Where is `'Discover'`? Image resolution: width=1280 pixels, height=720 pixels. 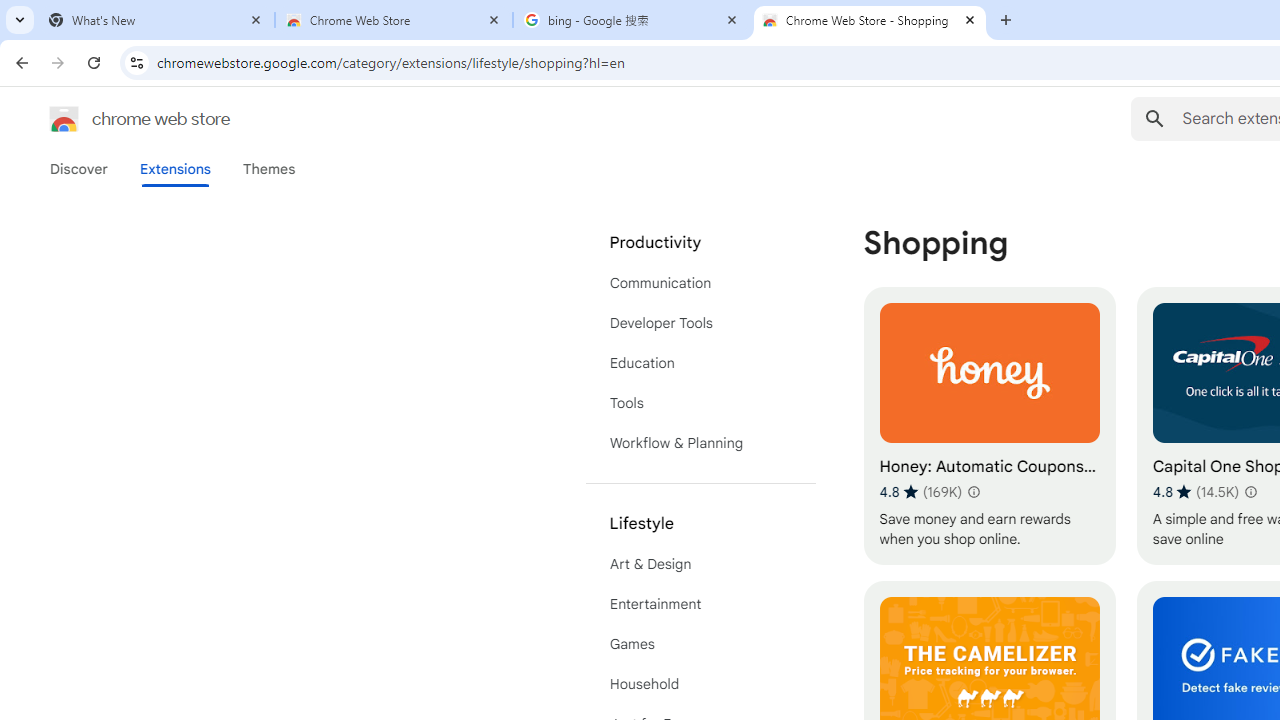 'Discover' is located at coordinates (79, 168).